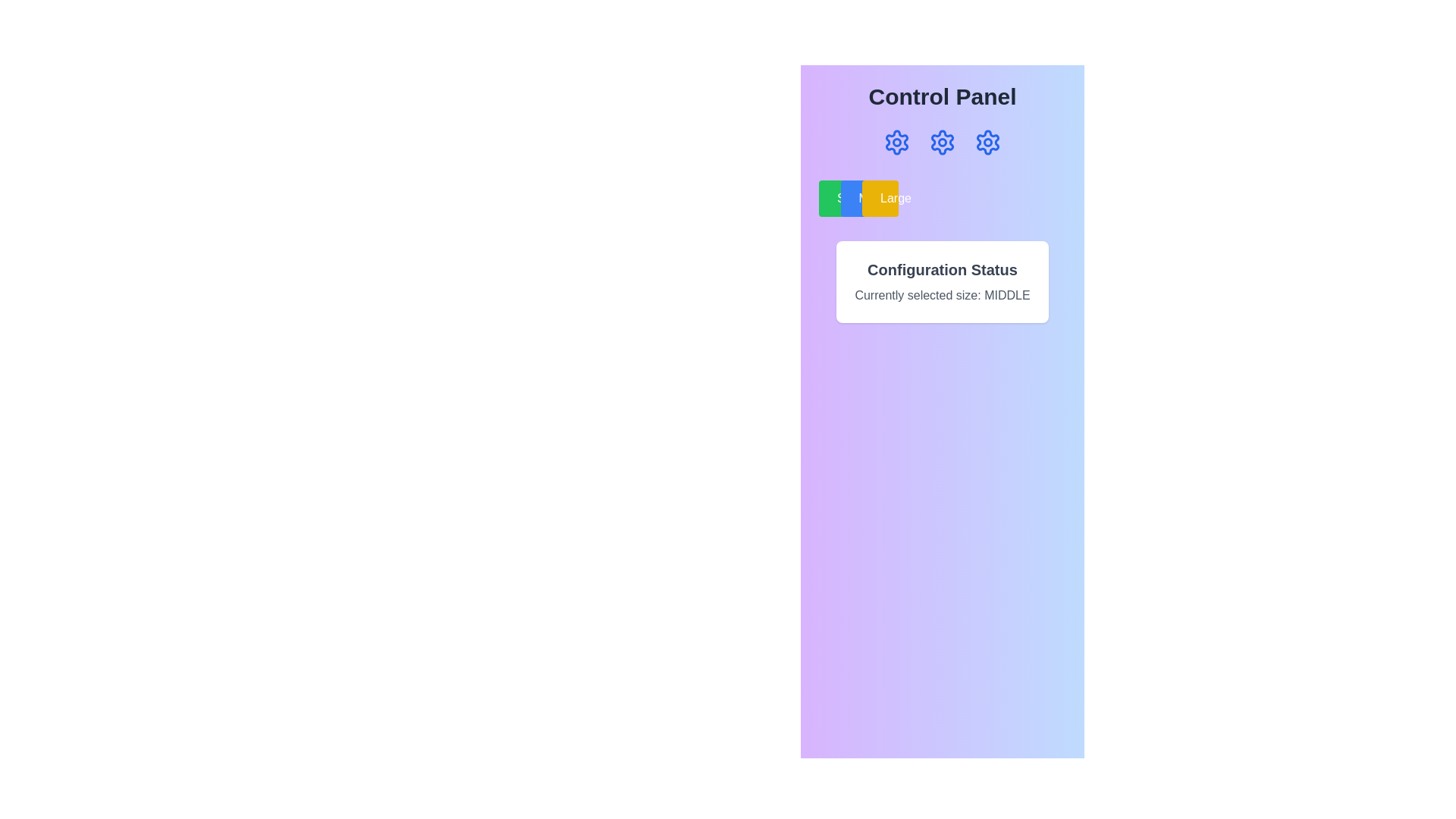 The width and height of the screenshot is (1456, 819). Describe the element at coordinates (987, 143) in the screenshot. I see `the blue cogwheel gear icon, which is the third gear icon in a control panel interface, to trigger a tooltip` at that location.